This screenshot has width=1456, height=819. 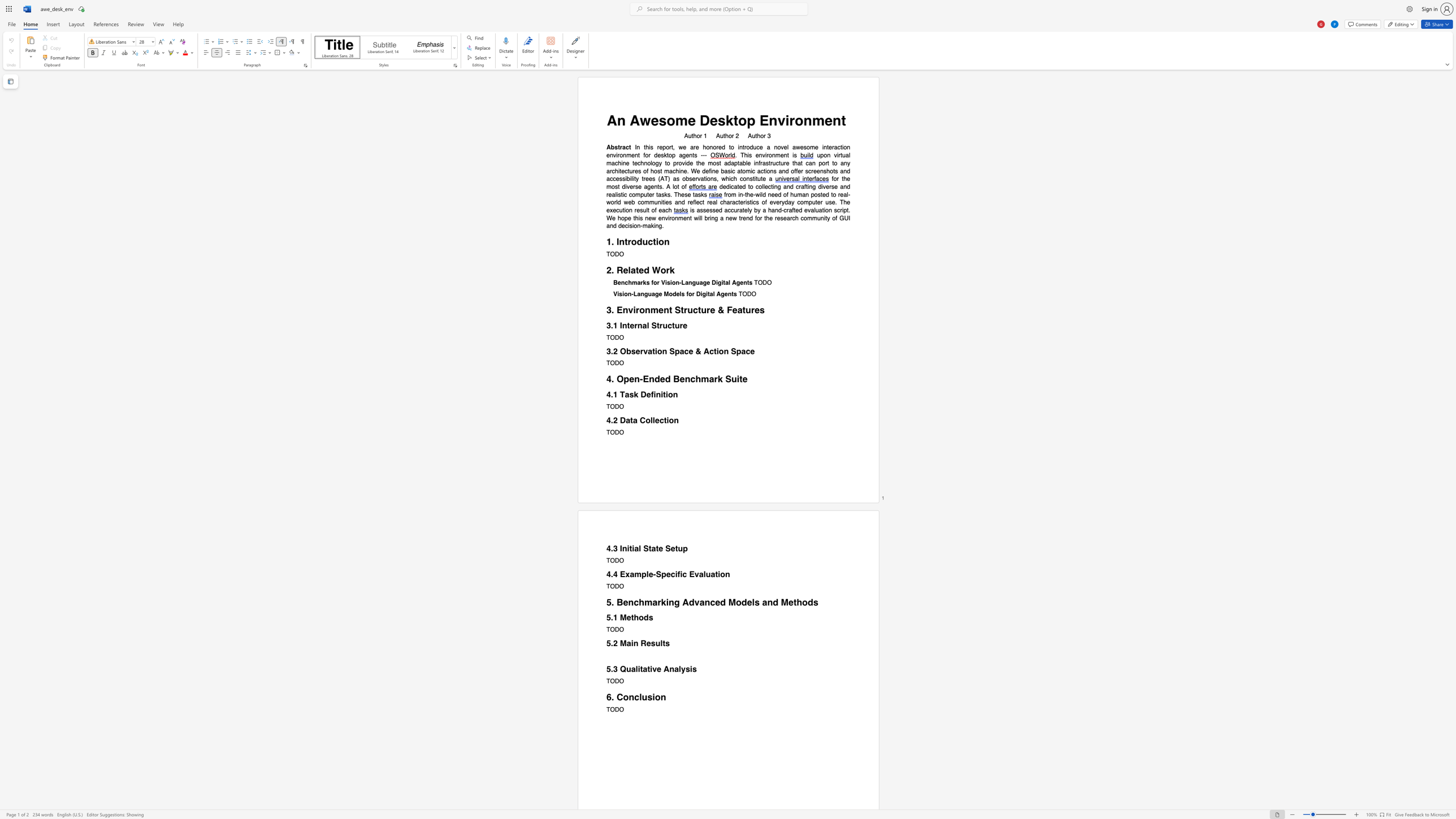 I want to click on the subset text "ced Mod" within the text "5. Benchmarking Advanced Models and Methods", so click(x=709, y=602).